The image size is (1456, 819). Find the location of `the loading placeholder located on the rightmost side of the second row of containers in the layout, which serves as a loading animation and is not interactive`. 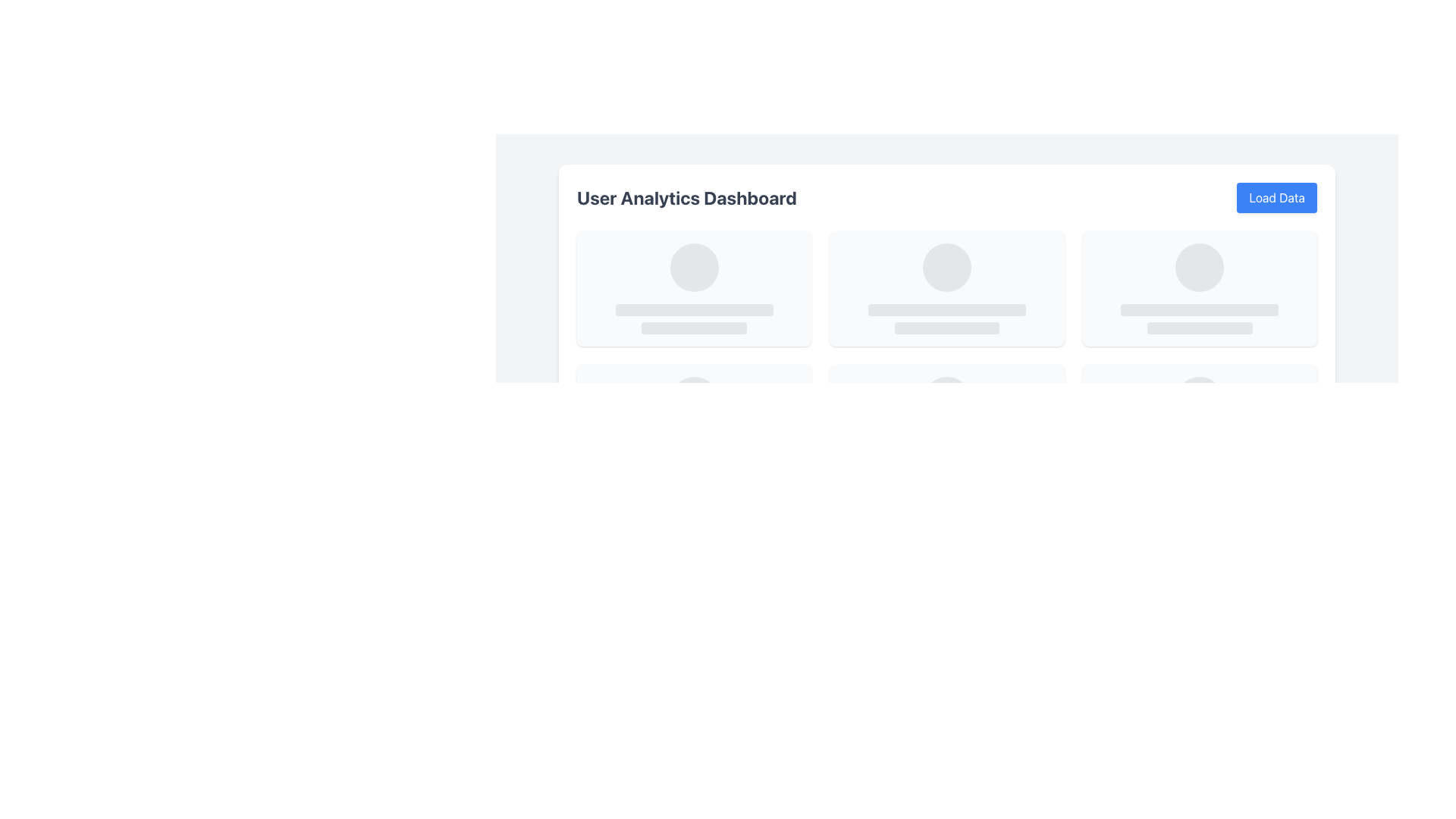

the loading placeholder located on the rightmost side of the second row of containers in the layout, which serves as a loading animation and is not interactive is located at coordinates (1199, 289).